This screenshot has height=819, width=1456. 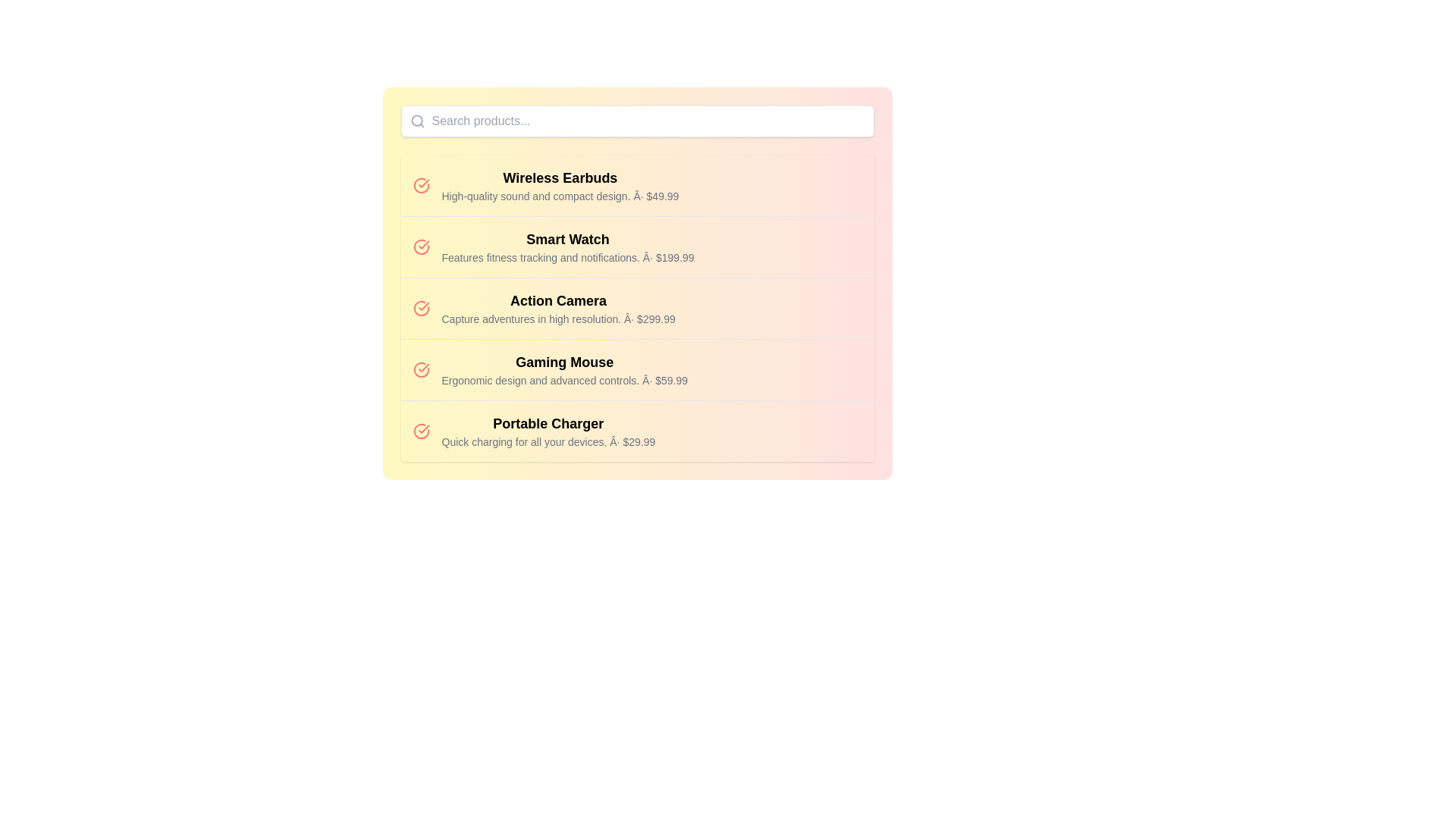 What do you see at coordinates (421, 431) in the screenshot?
I see `the visual indicator icon for the 'Portable Charger' product, located at the far left of the item in the list` at bounding box center [421, 431].